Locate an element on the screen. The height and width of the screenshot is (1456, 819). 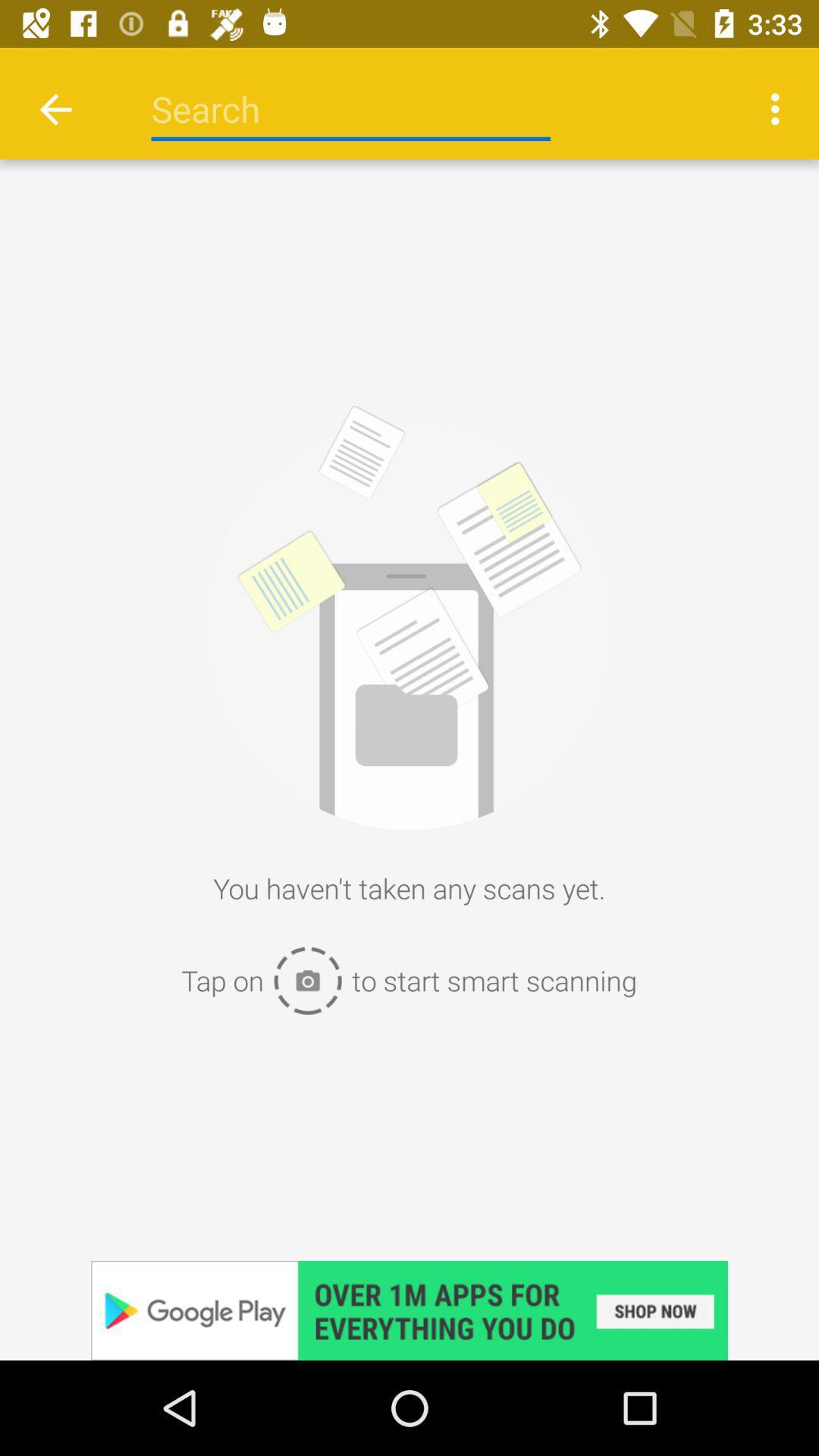
open google play is located at coordinates (409, 1310).